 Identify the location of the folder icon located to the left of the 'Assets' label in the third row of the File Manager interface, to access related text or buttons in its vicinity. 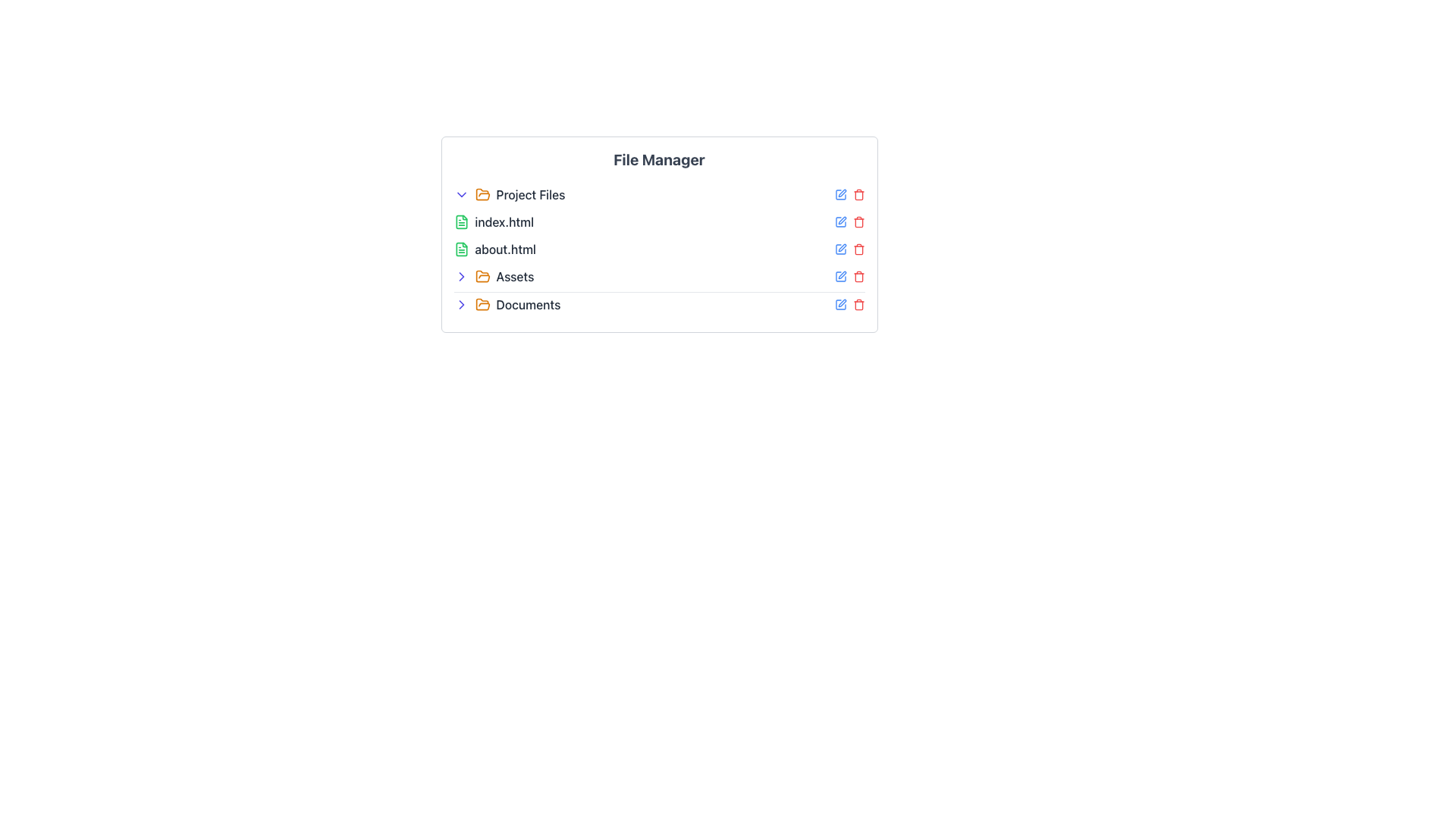
(482, 277).